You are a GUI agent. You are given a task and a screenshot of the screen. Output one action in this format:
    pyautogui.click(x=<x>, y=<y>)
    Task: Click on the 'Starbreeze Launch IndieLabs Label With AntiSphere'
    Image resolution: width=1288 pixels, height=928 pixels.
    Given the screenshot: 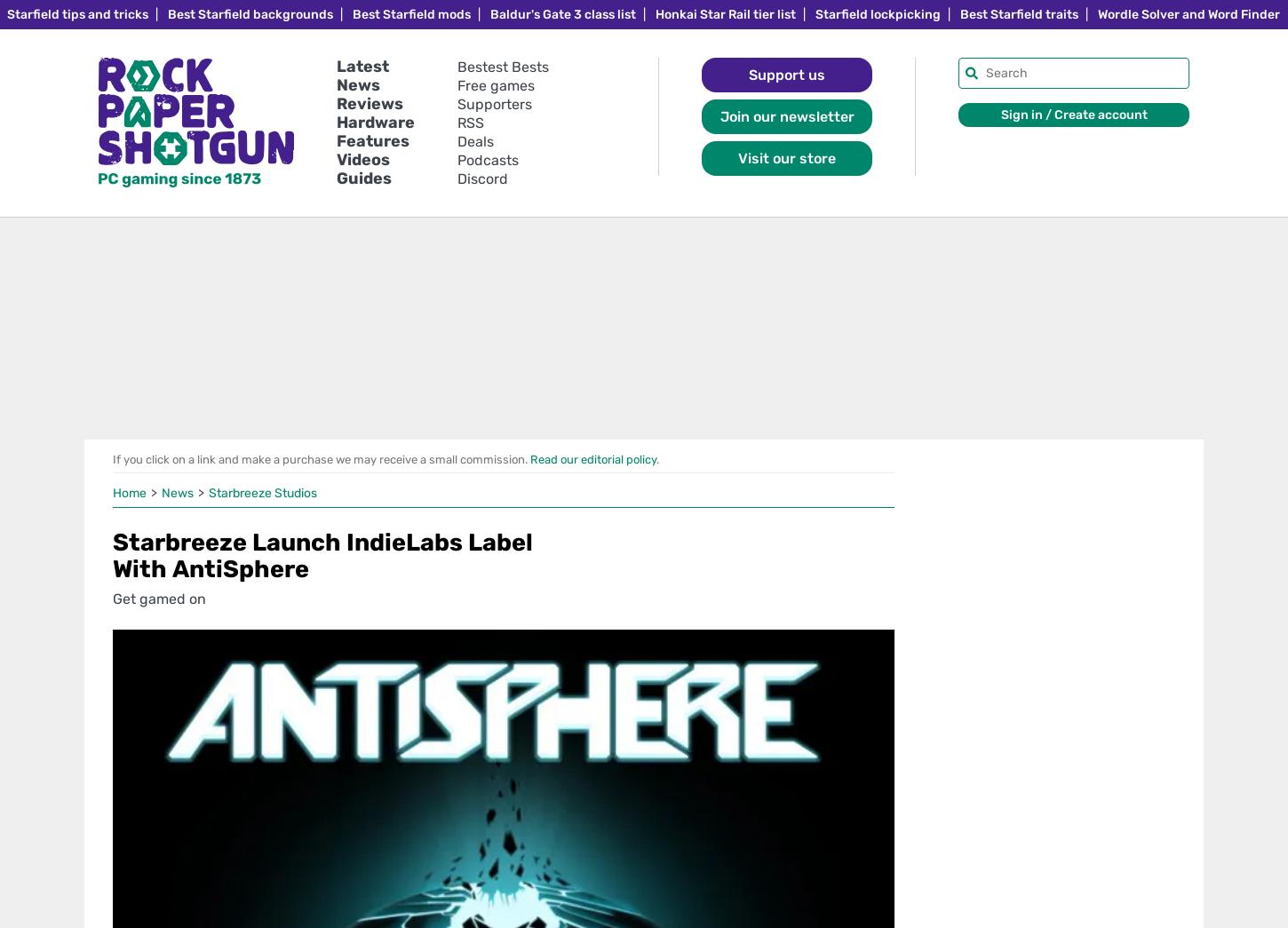 What is the action you would take?
    pyautogui.click(x=322, y=554)
    